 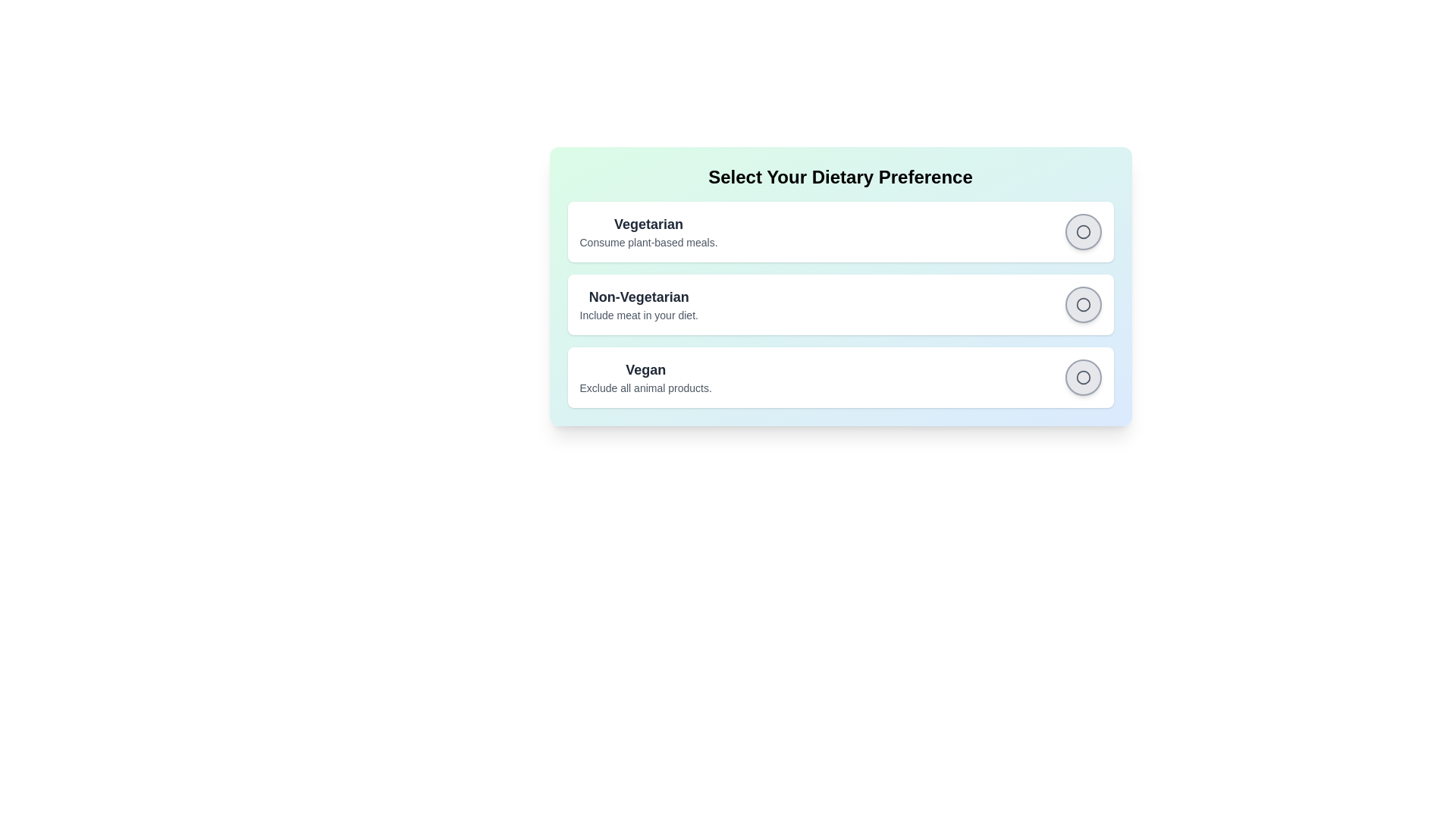 I want to click on the third circular radio button icon representing the 'Vegan' dietary preference option, so click(x=1082, y=376).